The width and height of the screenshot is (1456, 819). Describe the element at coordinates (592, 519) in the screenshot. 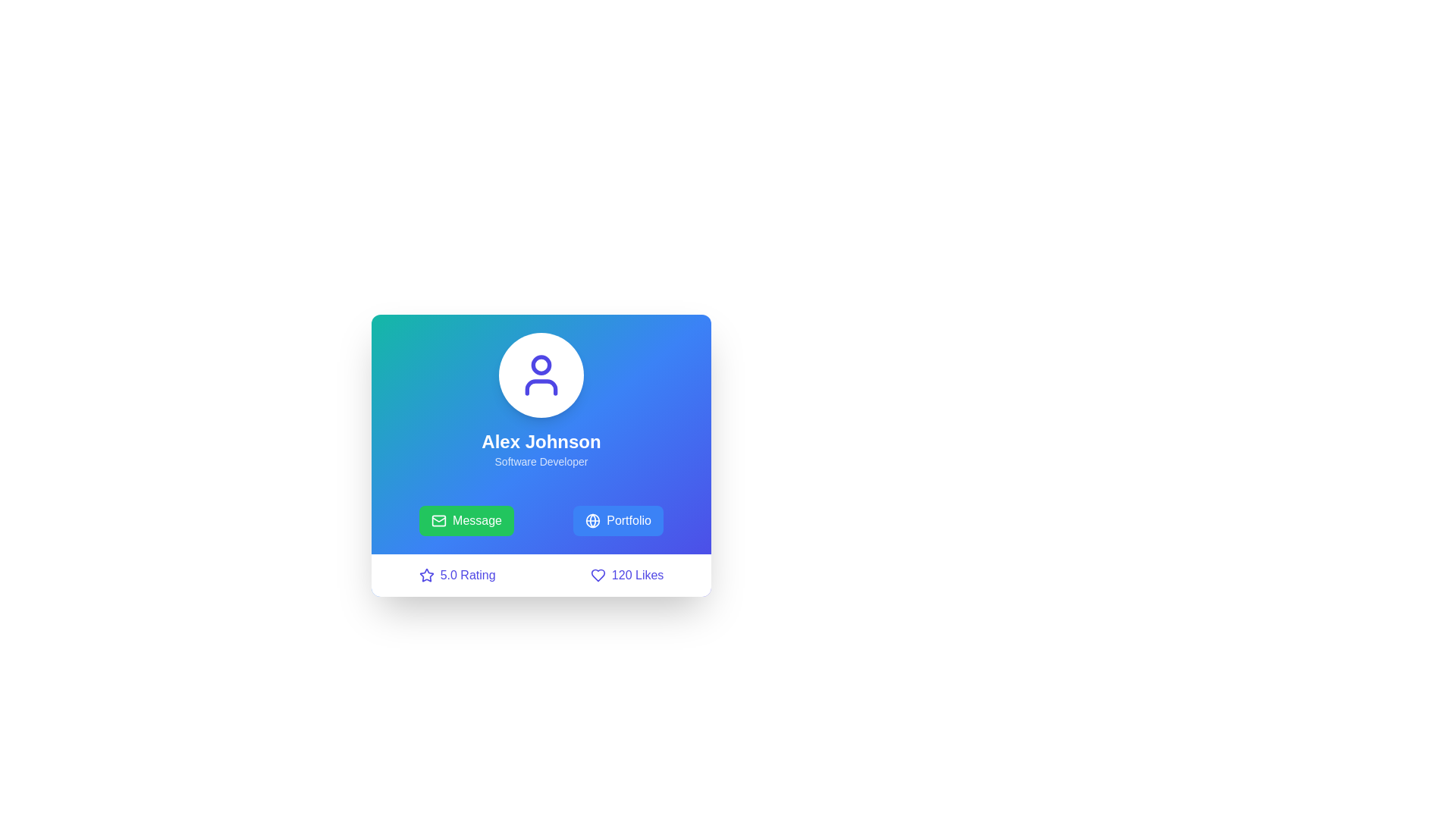

I see `the 'Portfolio' button which contains the globe icon to the left of the text label` at that location.